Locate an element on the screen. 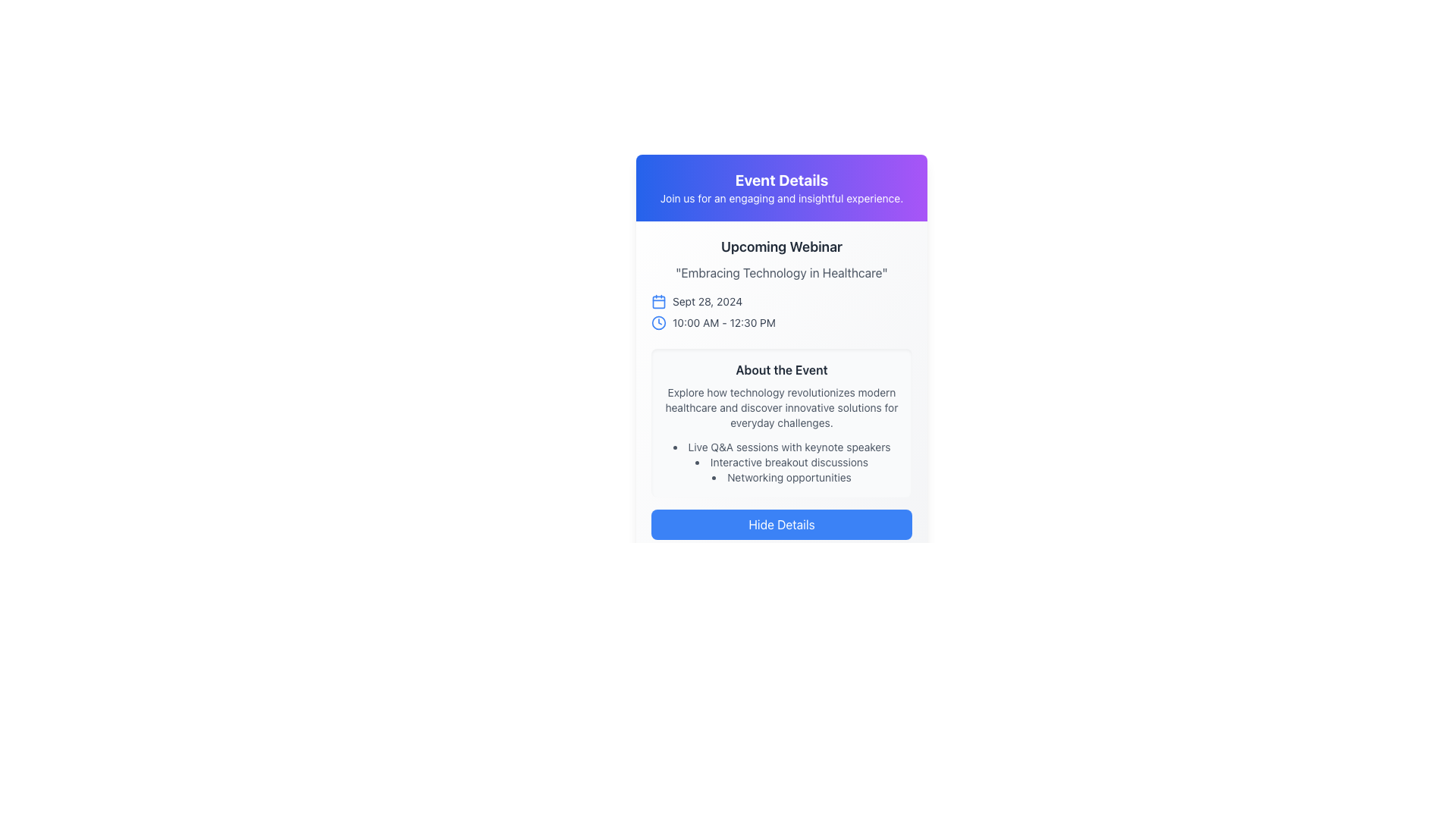 This screenshot has width=1456, height=819. the circular SVG shape with a blue border that serves as the outer rim of the clock icon, located on the left side of the event's time details row beneath 'Upcoming Webinar' is located at coordinates (658, 322).